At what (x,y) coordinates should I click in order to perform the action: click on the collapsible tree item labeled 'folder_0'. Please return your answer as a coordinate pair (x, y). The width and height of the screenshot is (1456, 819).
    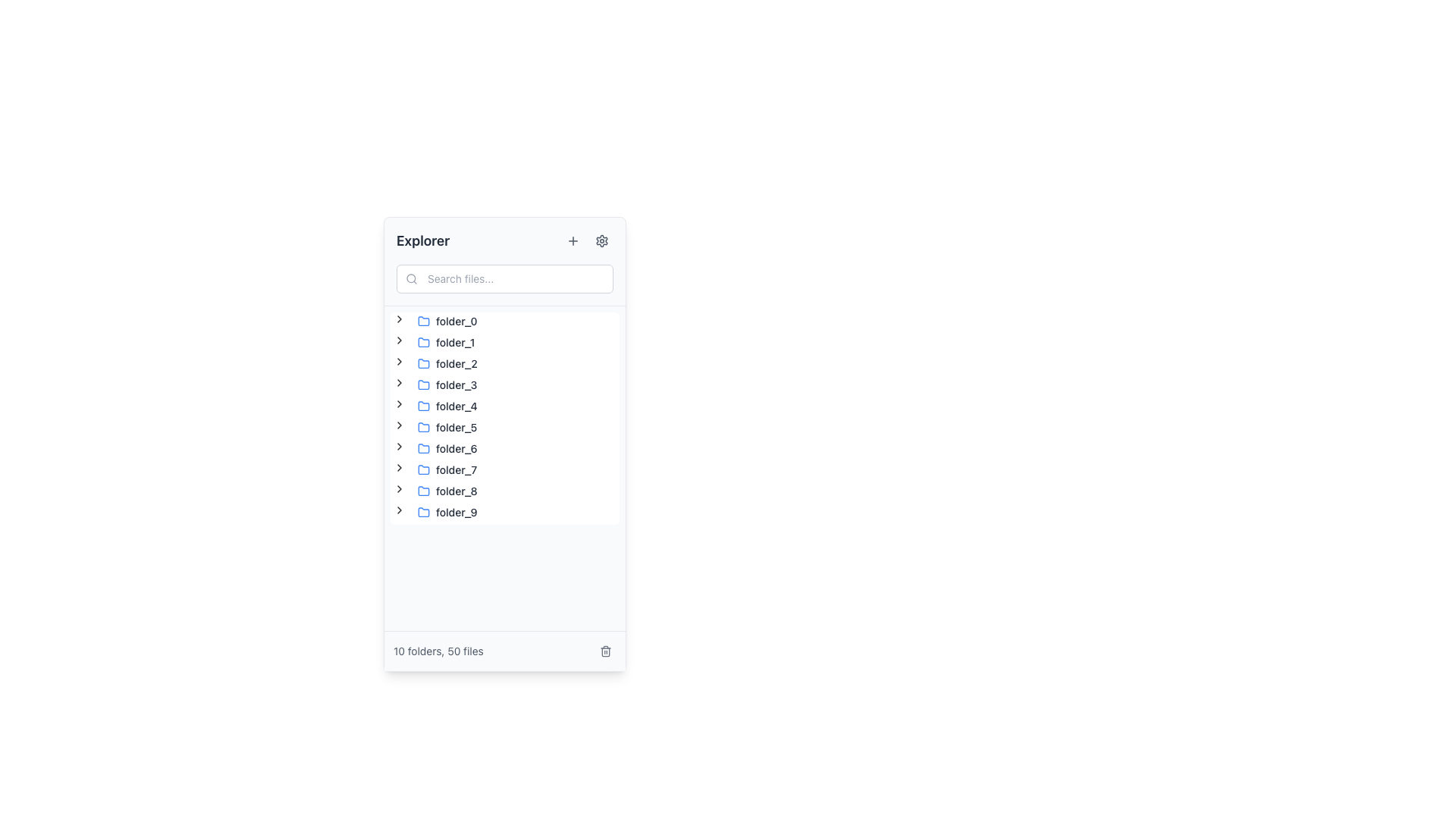
    Looking at the image, I should click on (436, 321).